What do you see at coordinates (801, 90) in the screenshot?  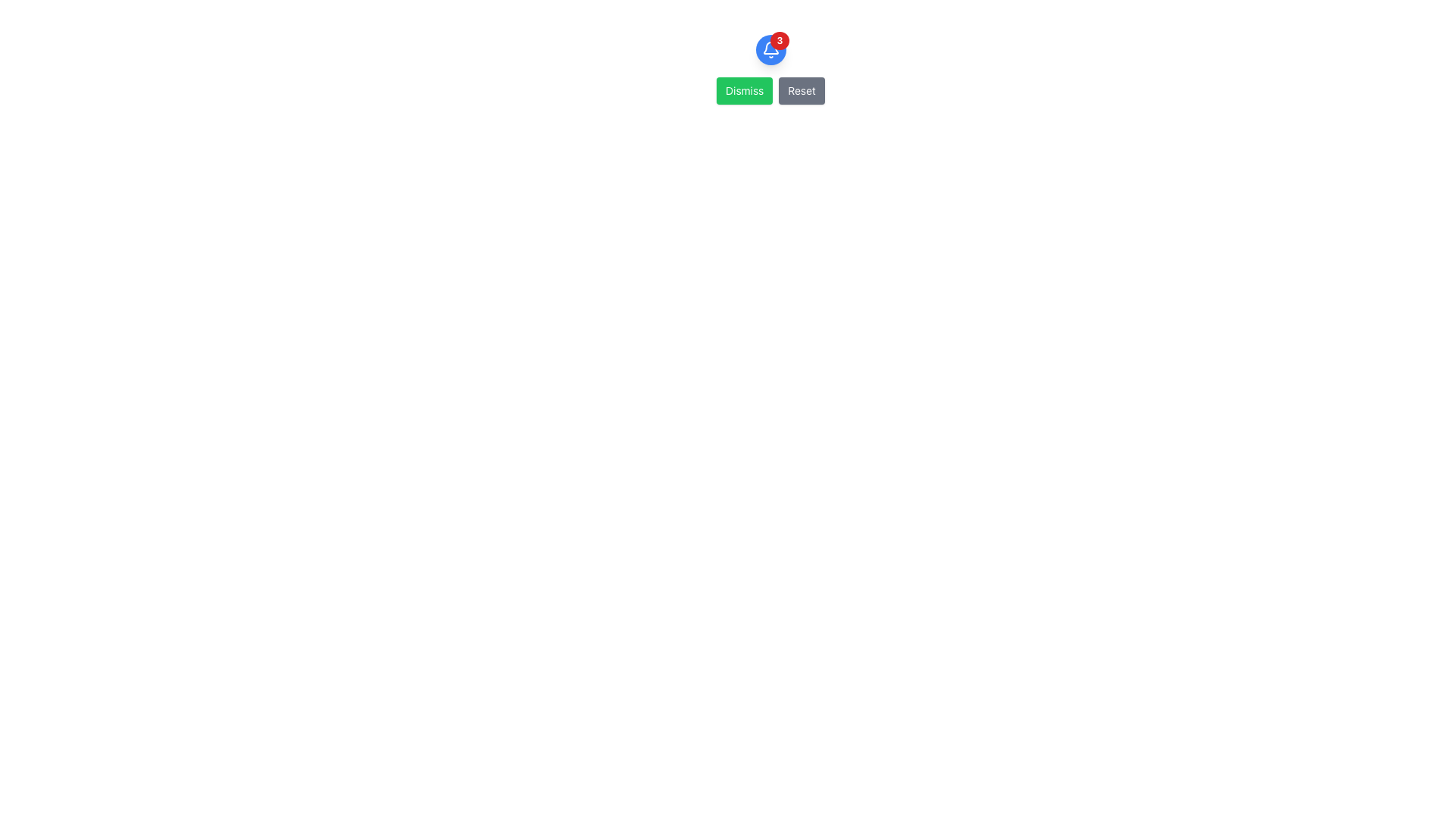 I see `the rectangular 'Reset' button with rounded corners and a gray background` at bounding box center [801, 90].